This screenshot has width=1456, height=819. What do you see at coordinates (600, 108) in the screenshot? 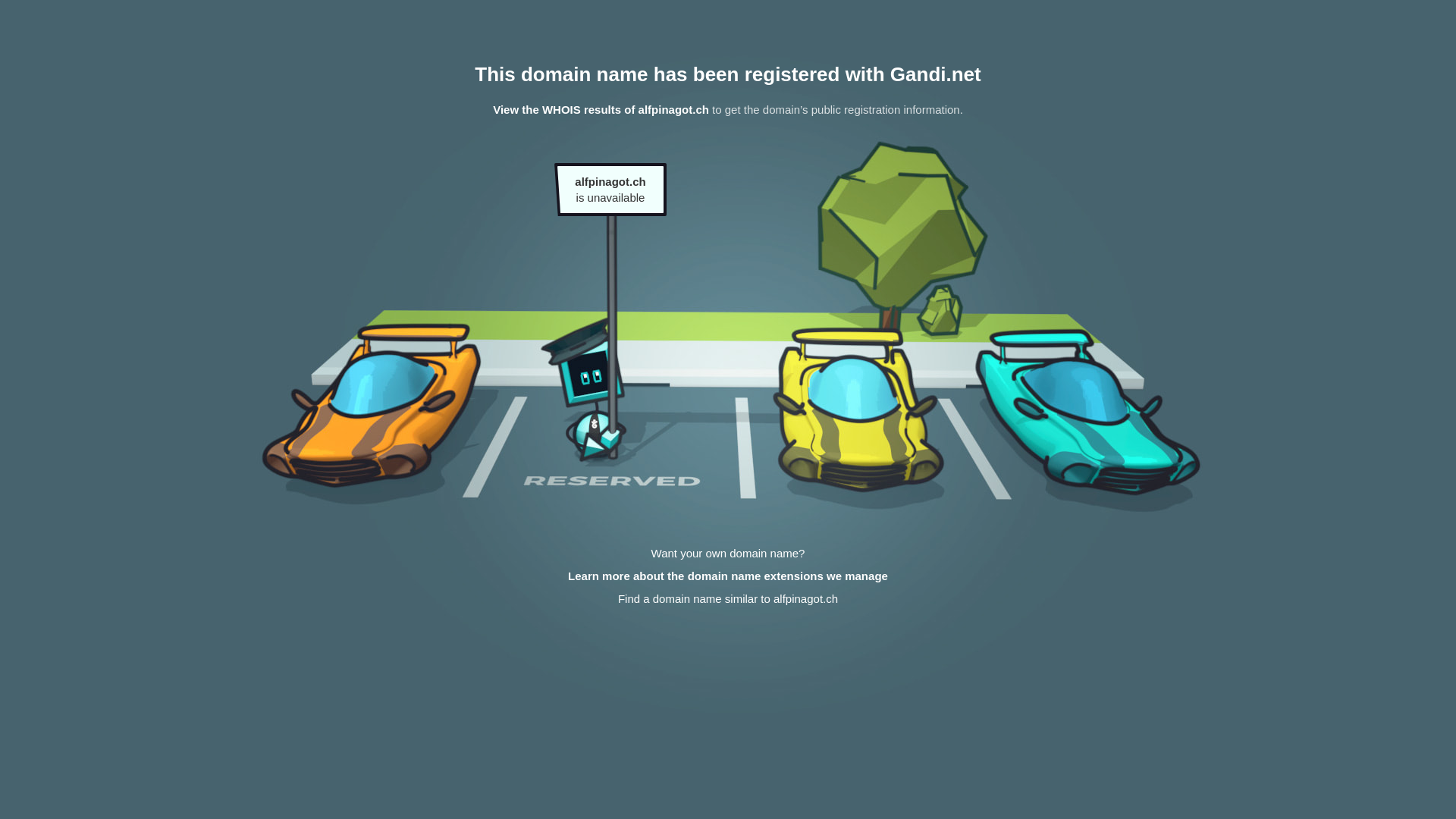
I see `'View the WHOIS results of alfpinagot.ch'` at bounding box center [600, 108].